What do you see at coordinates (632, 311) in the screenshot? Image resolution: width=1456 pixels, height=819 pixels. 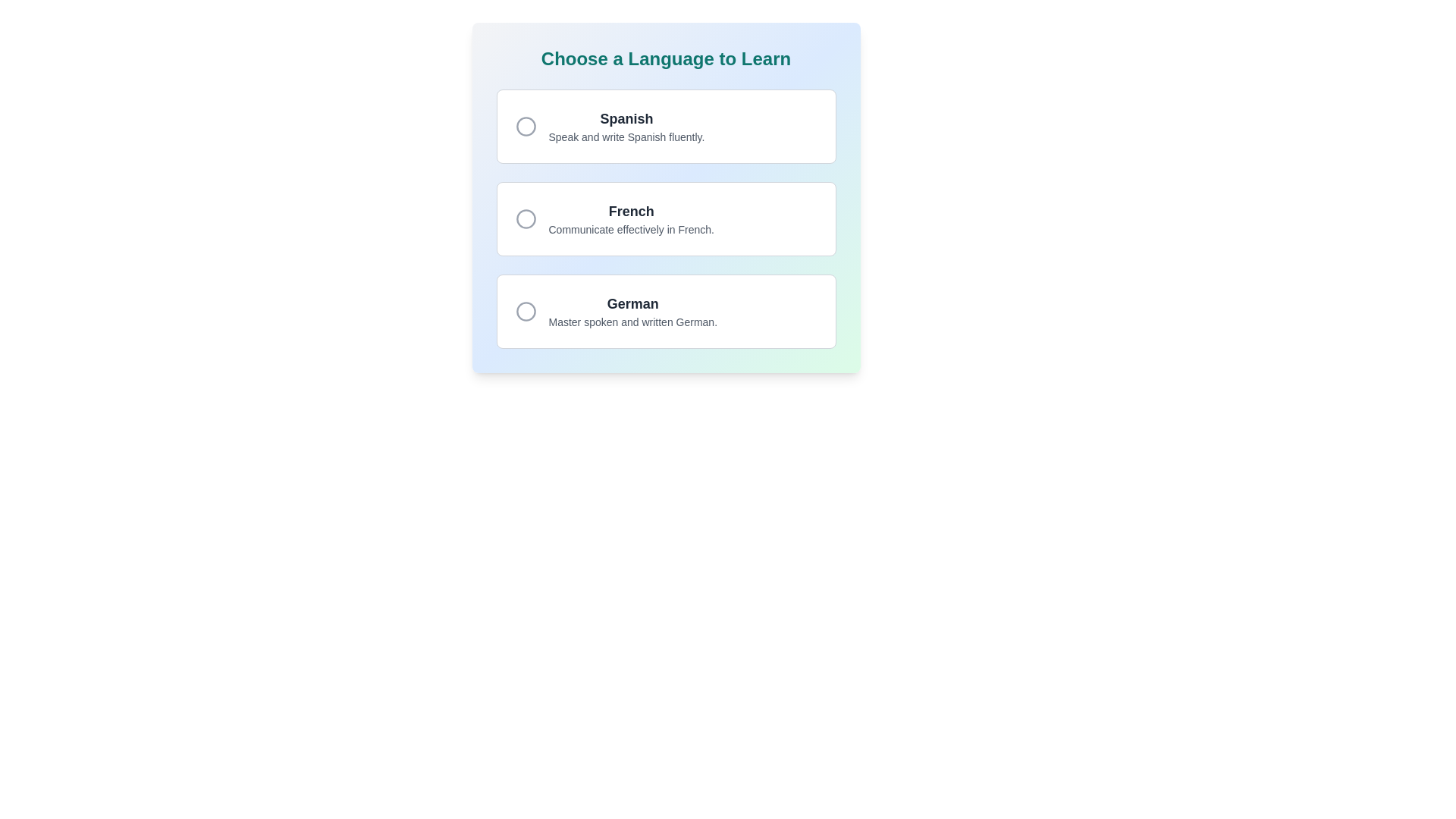 I see `information provided in the text block that describes the 'German' language learning option located at the bottom of the vertical list of language selection cards` at bounding box center [632, 311].